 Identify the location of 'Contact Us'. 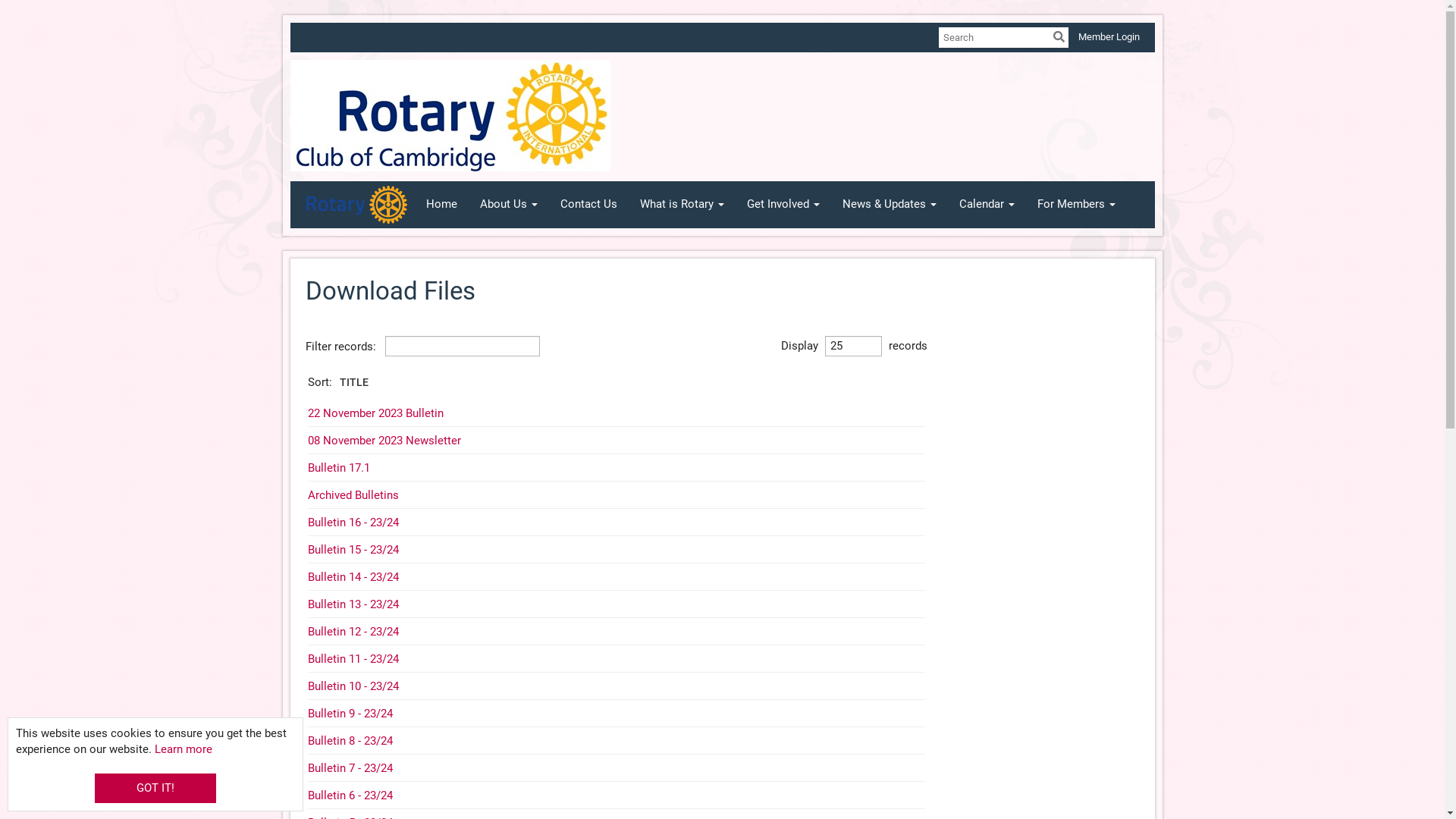
(588, 205).